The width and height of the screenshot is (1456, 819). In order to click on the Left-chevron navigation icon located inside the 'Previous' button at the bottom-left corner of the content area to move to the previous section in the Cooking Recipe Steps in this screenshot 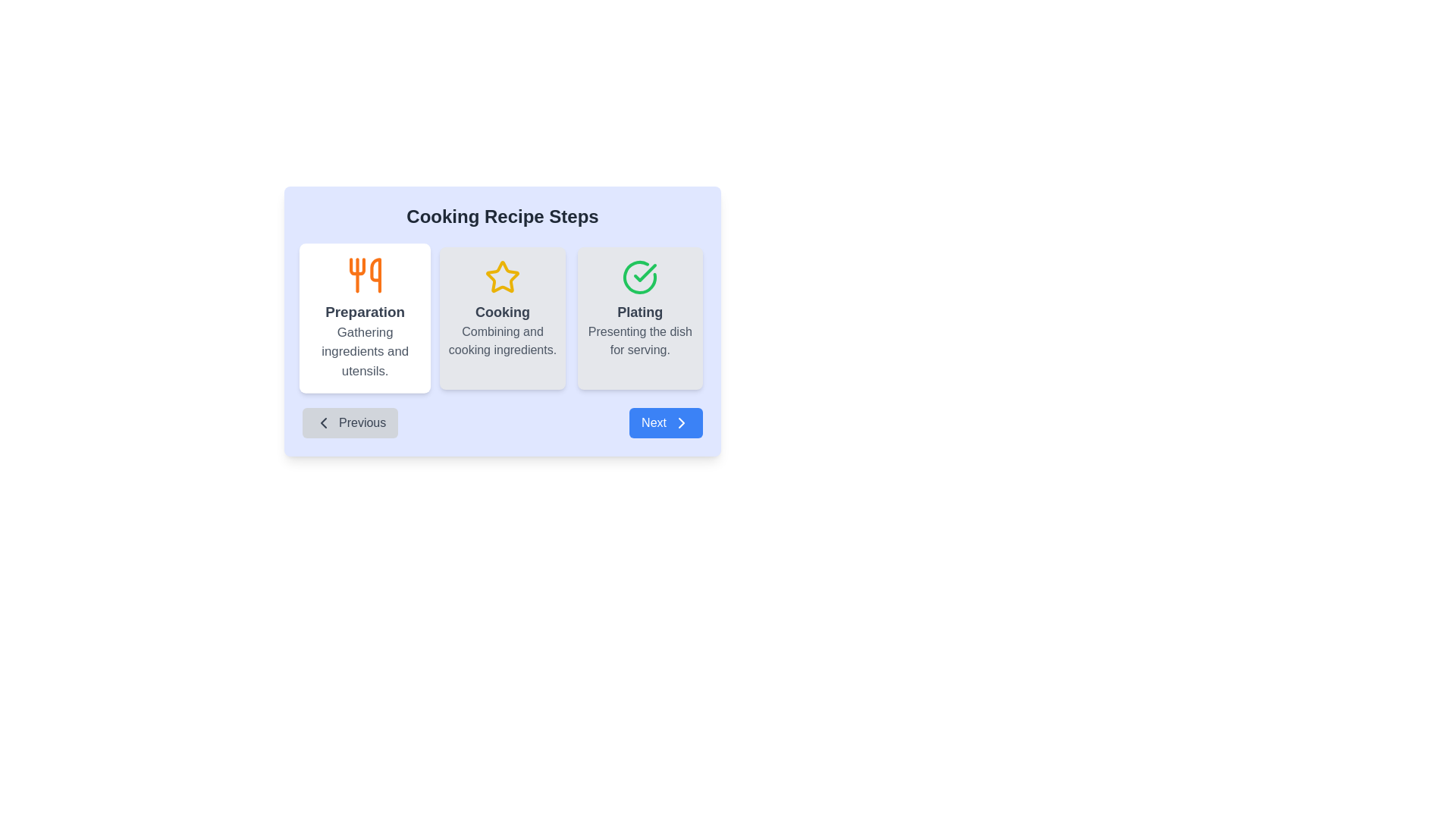, I will do `click(323, 423)`.